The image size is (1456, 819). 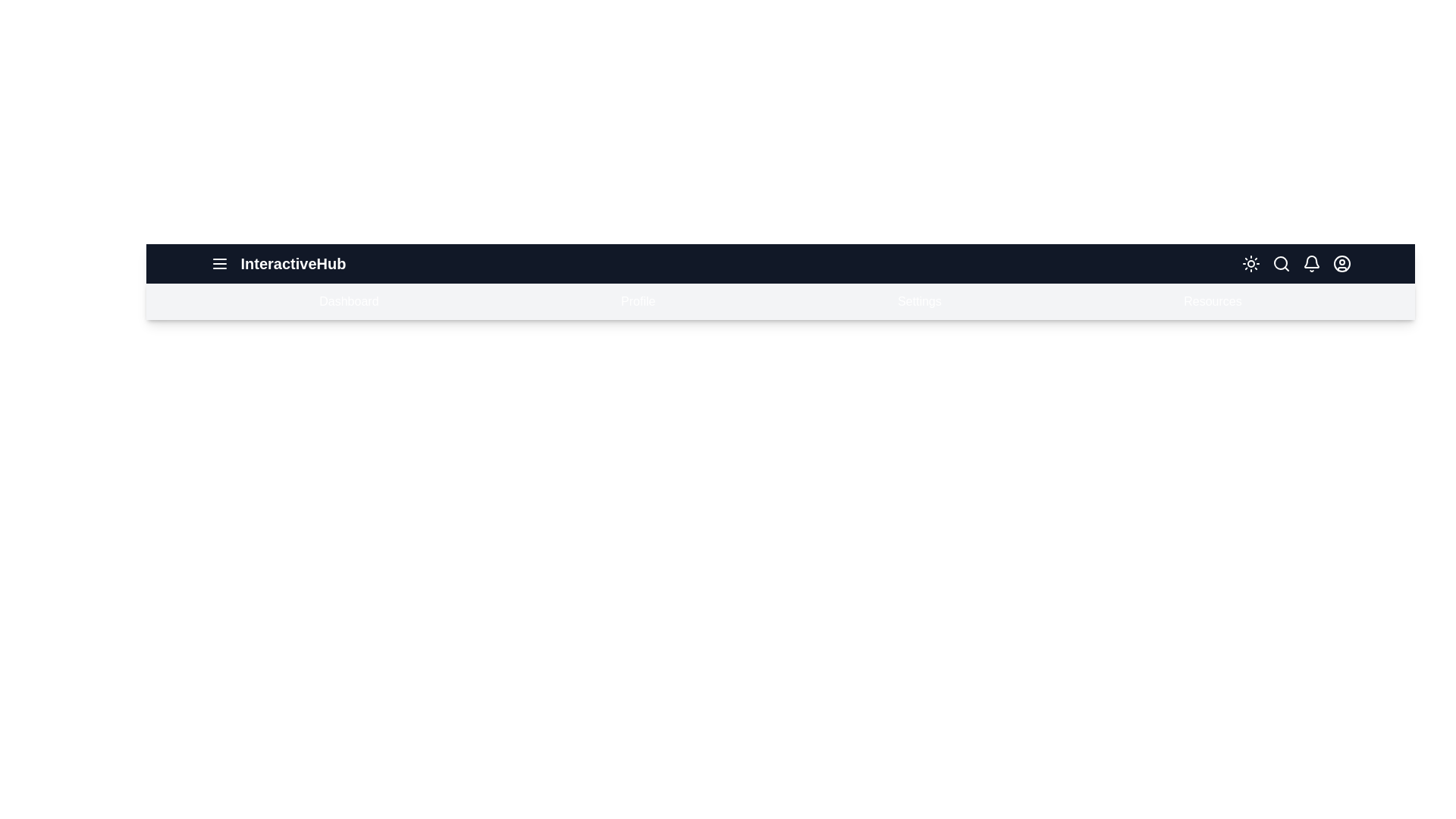 What do you see at coordinates (1250, 262) in the screenshot?
I see `the sun icon to switch to light mode` at bounding box center [1250, 262].